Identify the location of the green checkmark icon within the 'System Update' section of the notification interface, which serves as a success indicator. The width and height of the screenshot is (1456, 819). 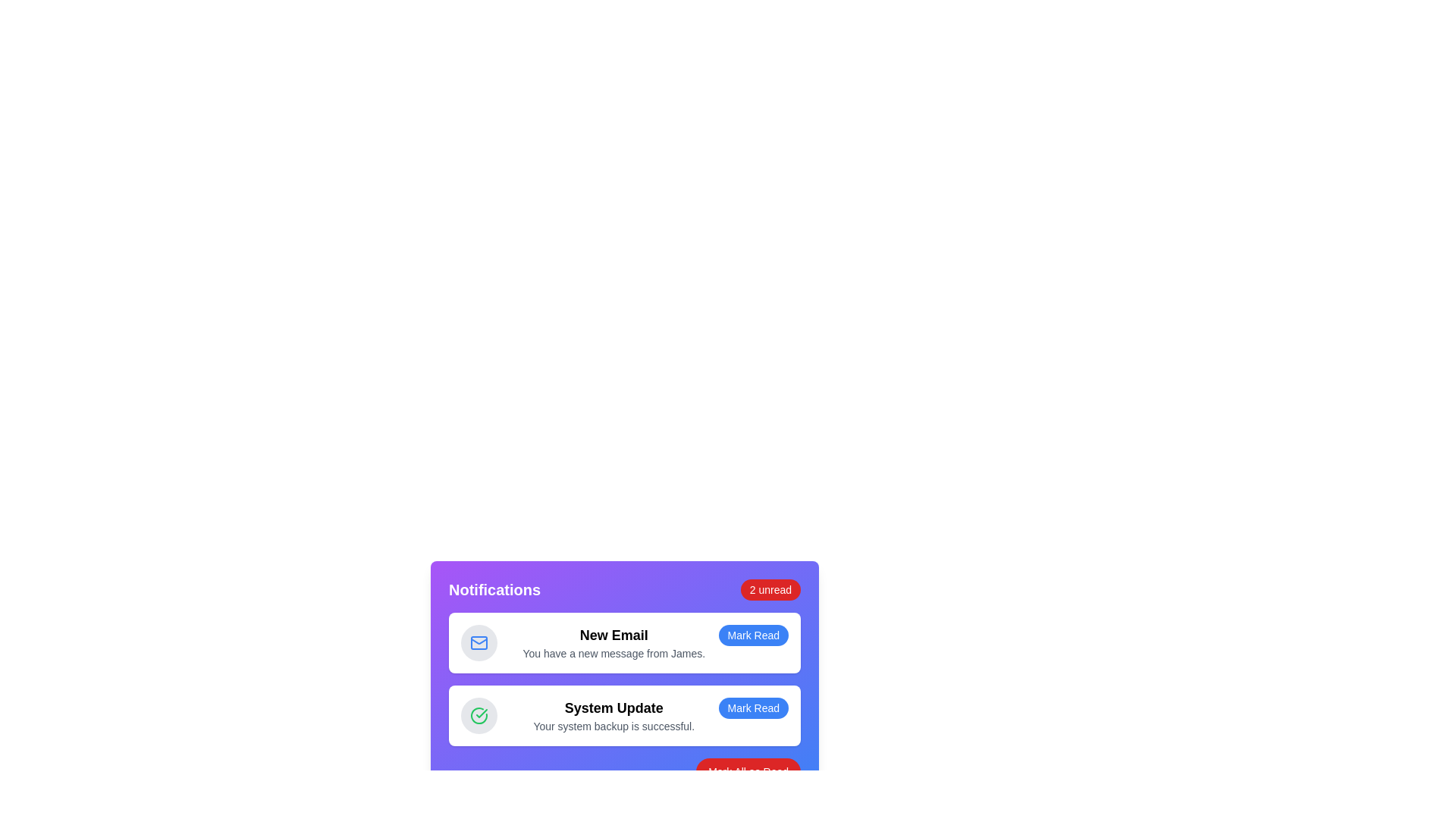
(481, 714).